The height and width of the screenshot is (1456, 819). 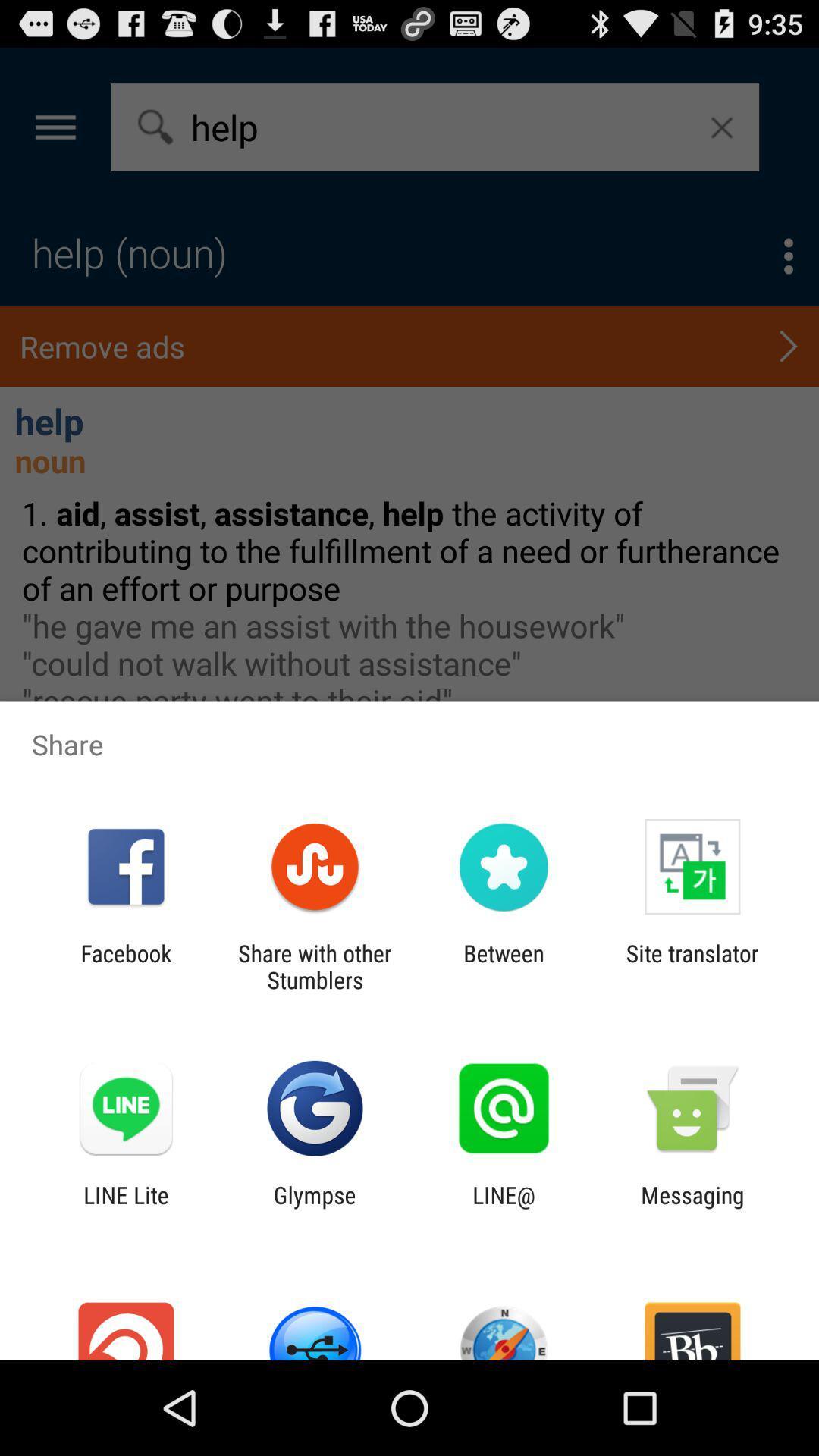 What do you see at coordinates (314, 1207) in the screenshot?
I see `app next to the line@ app` at bounding box center [314, 1207].